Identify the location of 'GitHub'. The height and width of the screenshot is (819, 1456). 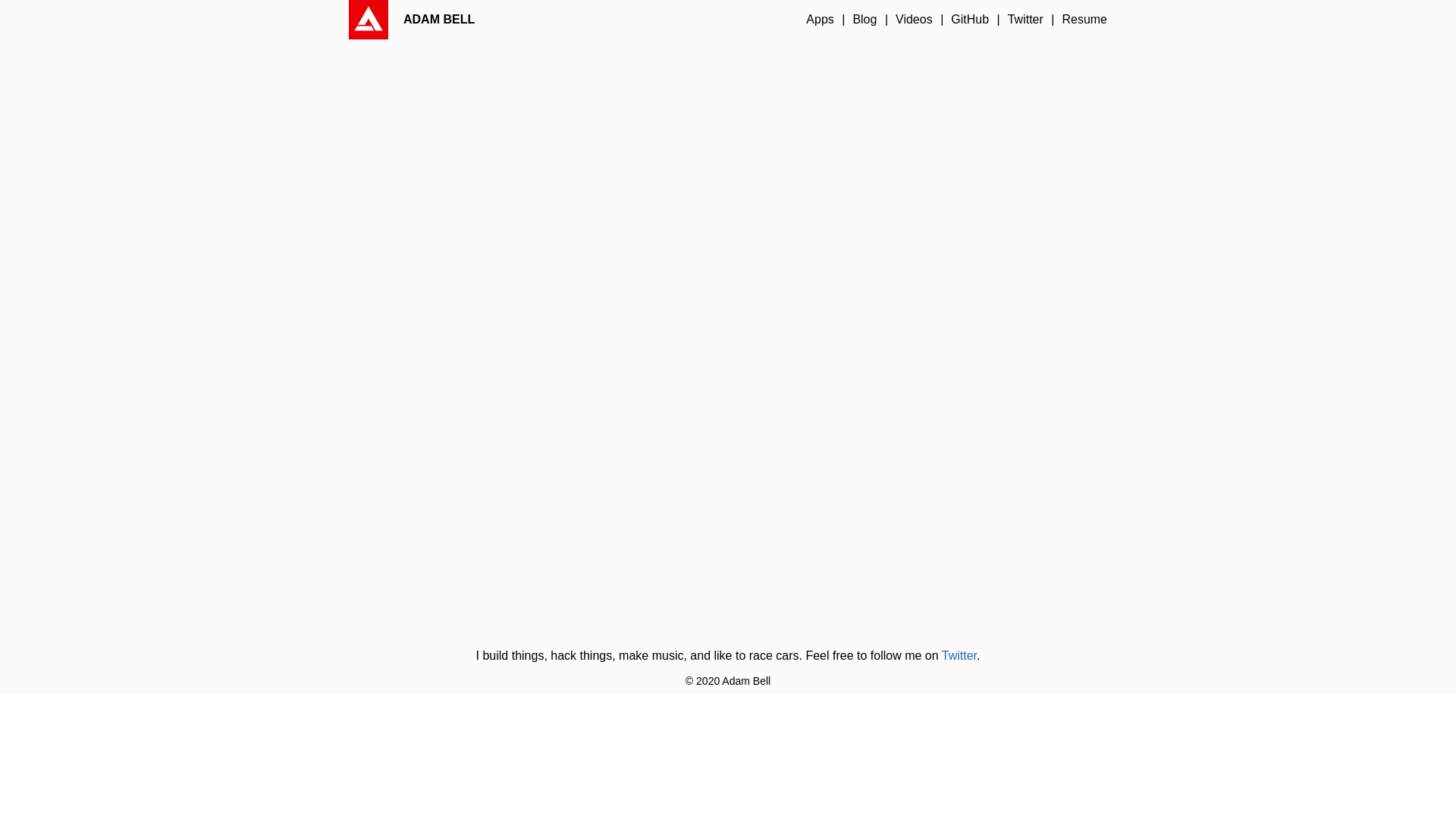
(968, 19).